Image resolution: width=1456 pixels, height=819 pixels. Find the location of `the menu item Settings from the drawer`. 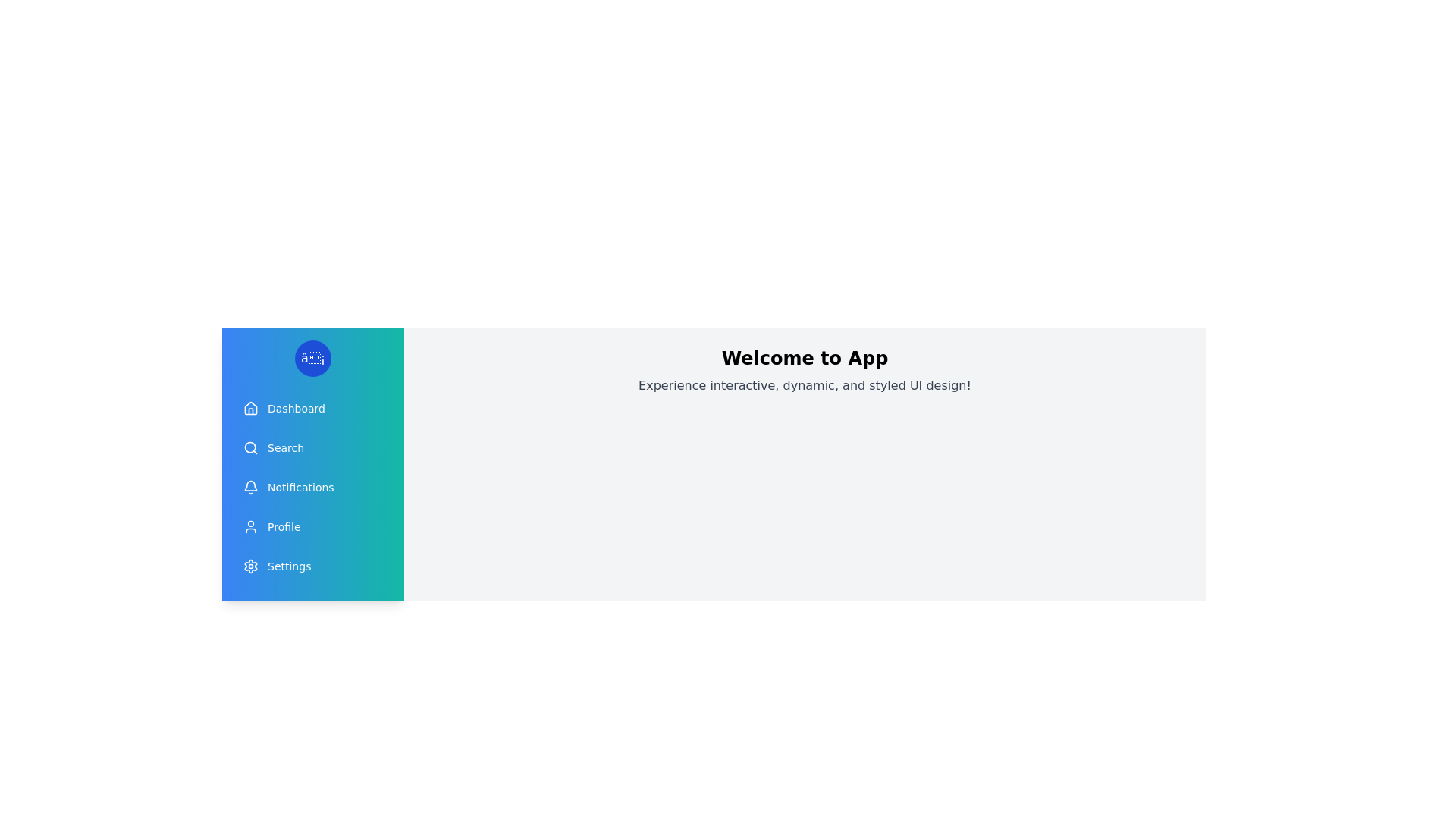

the menu item Settings from the drawer is located at coordinates (312, 566).